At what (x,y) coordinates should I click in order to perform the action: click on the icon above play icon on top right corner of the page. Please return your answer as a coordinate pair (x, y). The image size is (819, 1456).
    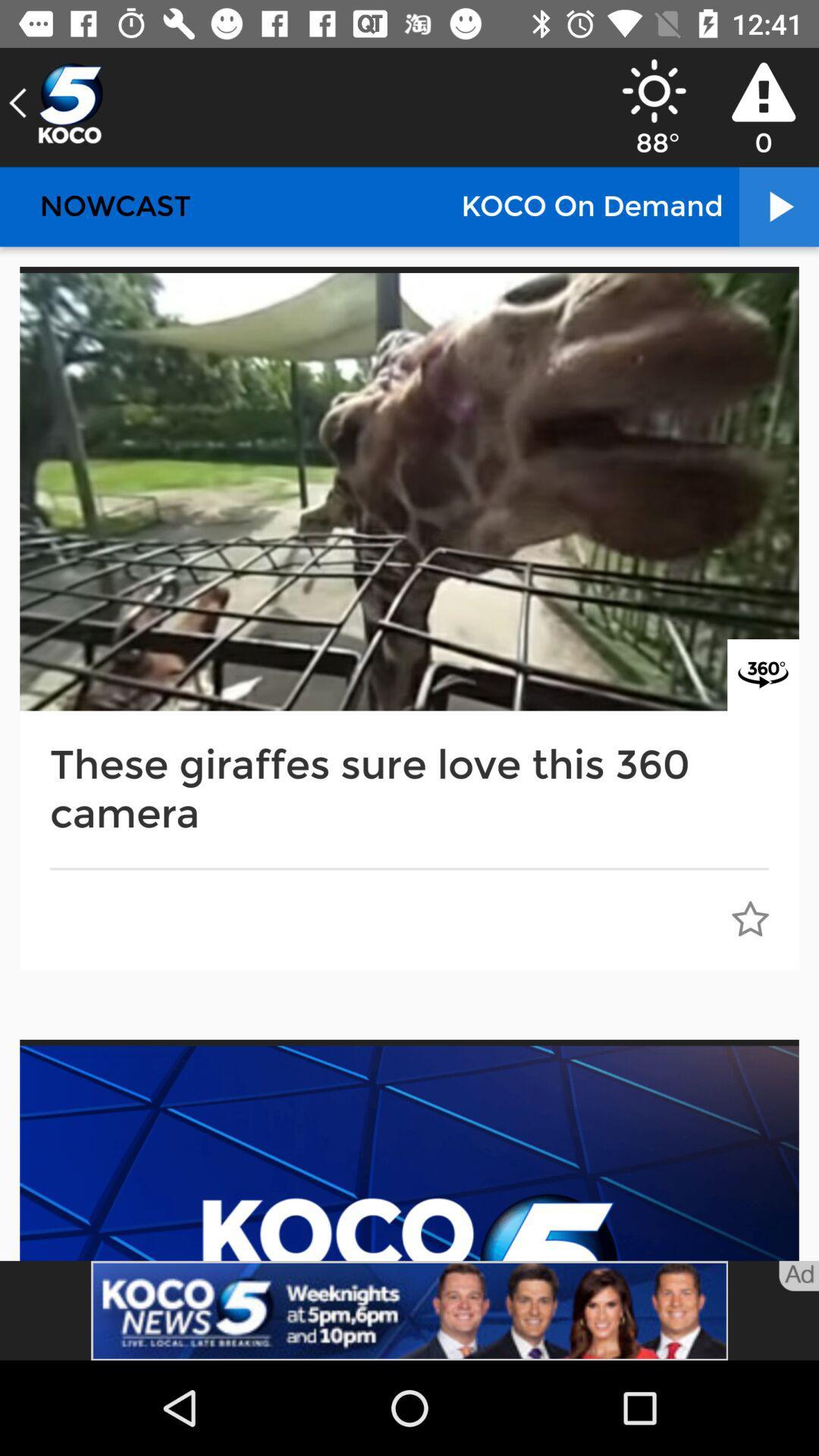
    Looking at the image, I should click on (763, 91).